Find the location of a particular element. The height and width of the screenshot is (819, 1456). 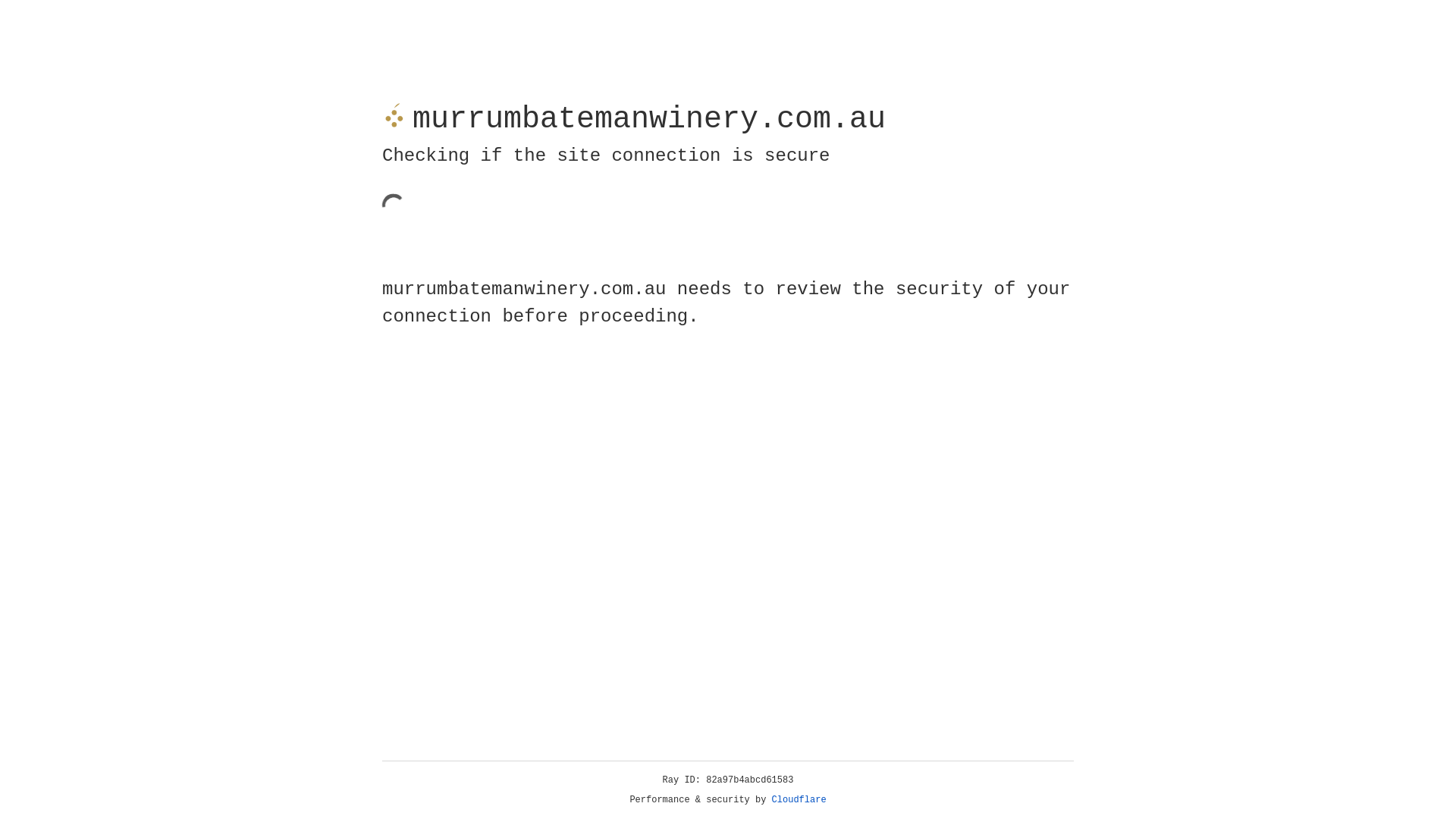

'Cloudflare' is located at coordinates (771, 799).